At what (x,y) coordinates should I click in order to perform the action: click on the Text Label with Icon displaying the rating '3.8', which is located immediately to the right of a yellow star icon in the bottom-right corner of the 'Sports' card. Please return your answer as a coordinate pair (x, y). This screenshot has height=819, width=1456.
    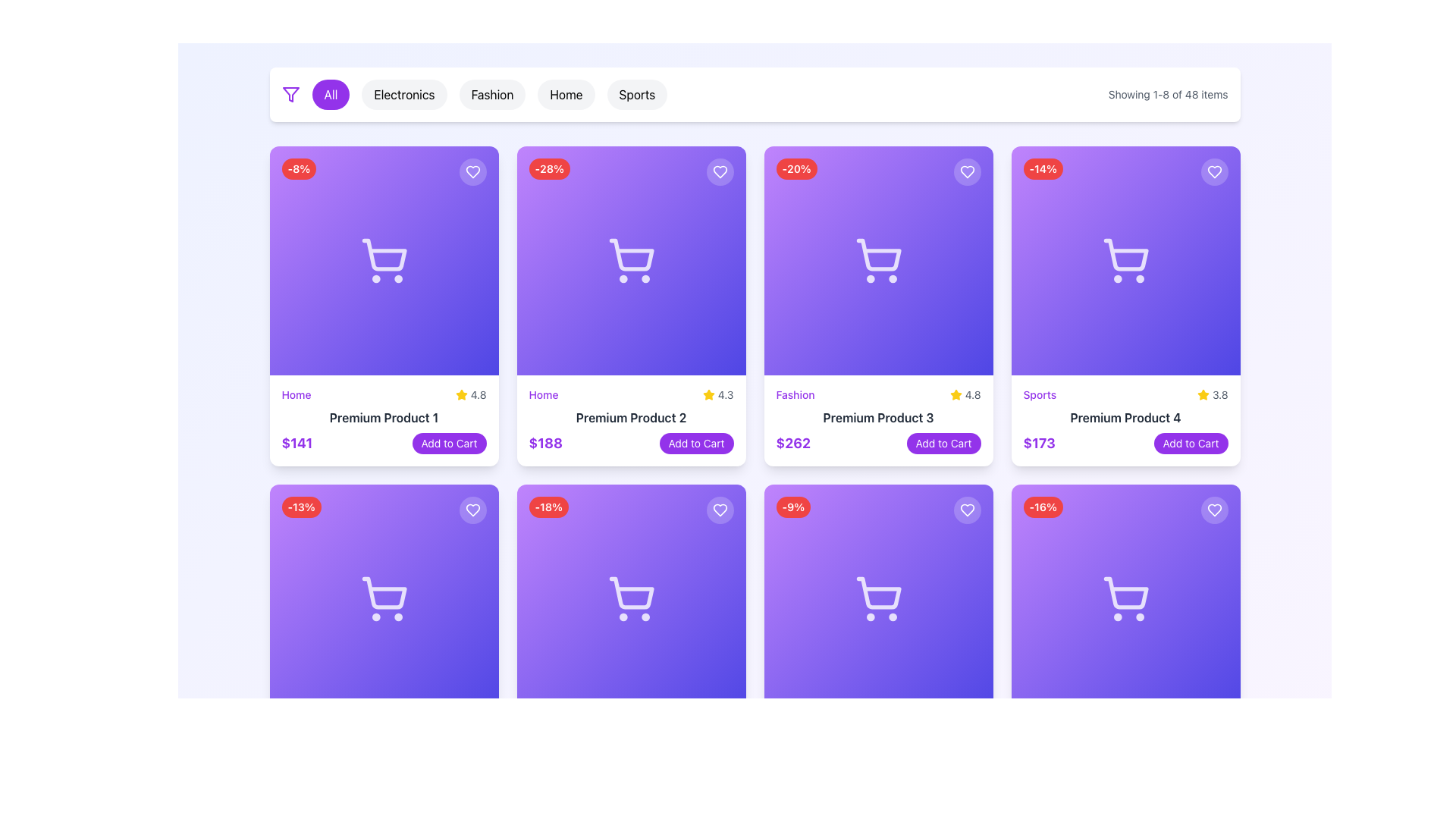
    Looking at the image, I should click on (1212, 394).